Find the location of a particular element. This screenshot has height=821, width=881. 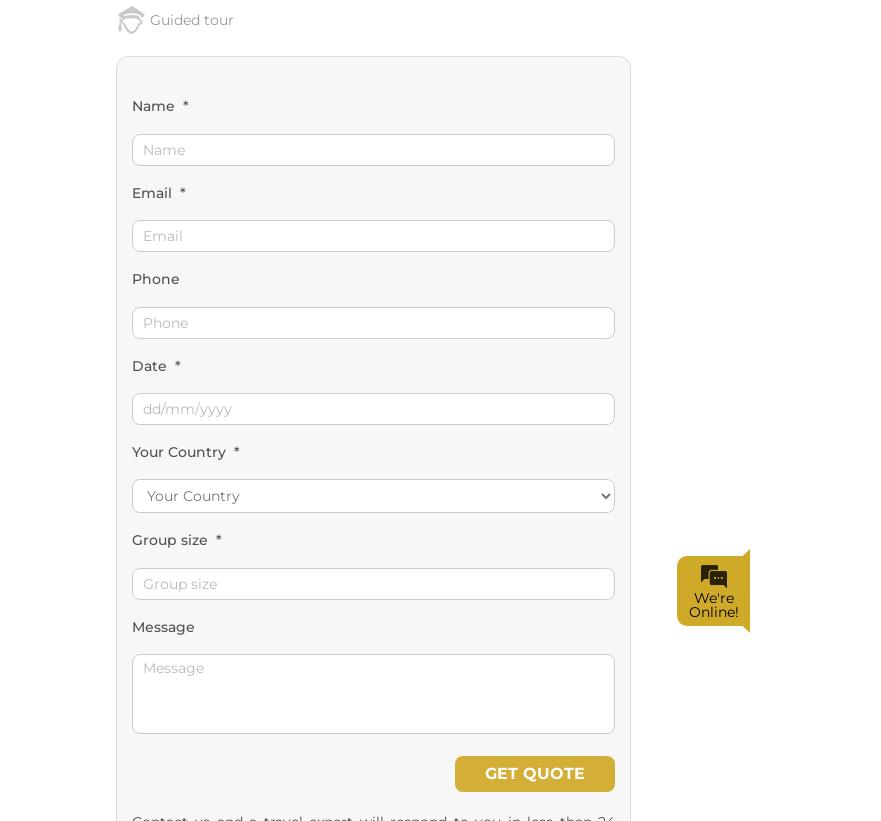

'Message' is located at coordinates (161, 213).